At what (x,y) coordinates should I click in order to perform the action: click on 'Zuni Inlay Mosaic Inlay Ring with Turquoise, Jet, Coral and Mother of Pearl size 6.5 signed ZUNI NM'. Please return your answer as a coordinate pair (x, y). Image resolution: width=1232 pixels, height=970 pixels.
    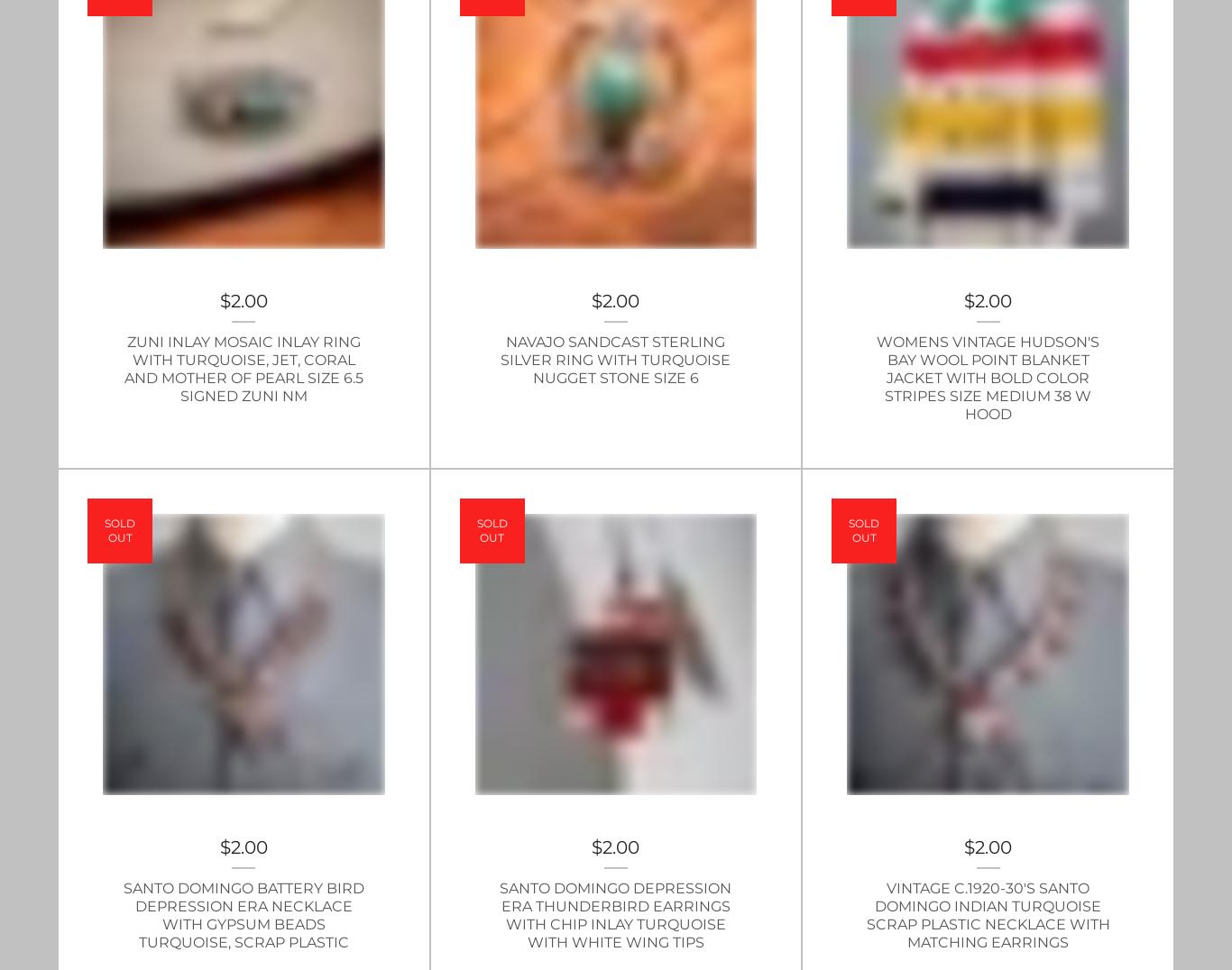
    Looking at the image, I should click on (243, 368).